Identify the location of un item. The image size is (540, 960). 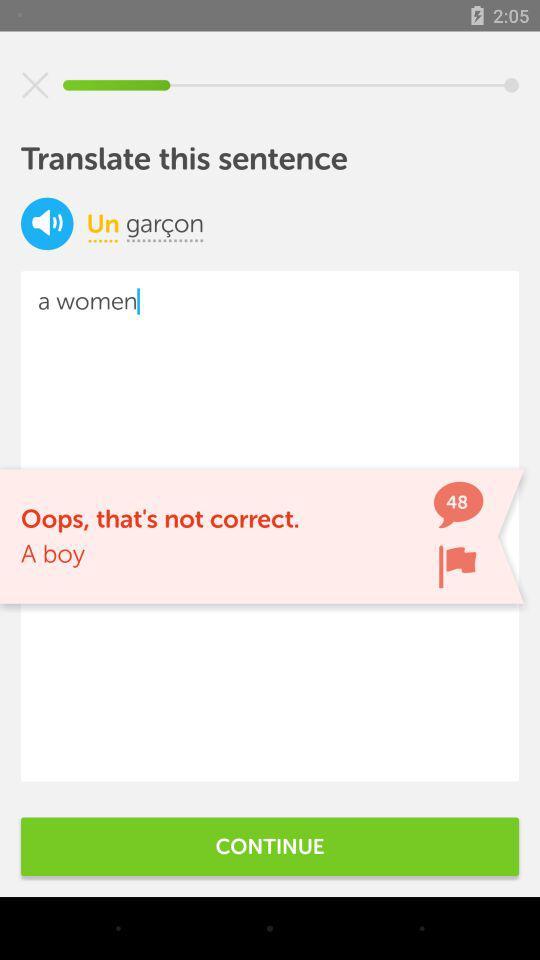
(103, 223).